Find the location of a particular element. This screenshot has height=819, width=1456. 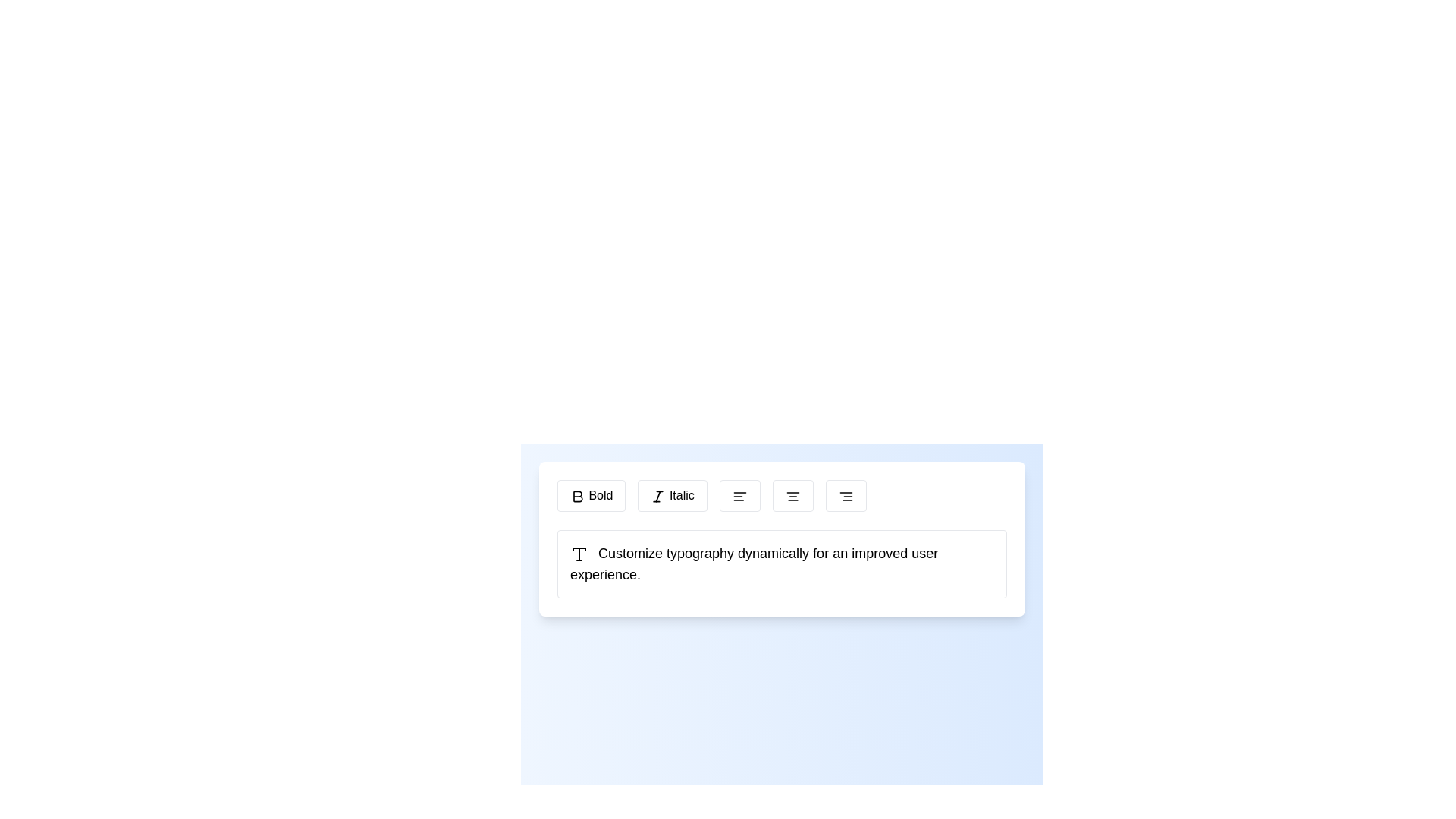

the bold 'B' button in the text styling toolbar to apply bold styling to the text is located at coordinates (577, 496).